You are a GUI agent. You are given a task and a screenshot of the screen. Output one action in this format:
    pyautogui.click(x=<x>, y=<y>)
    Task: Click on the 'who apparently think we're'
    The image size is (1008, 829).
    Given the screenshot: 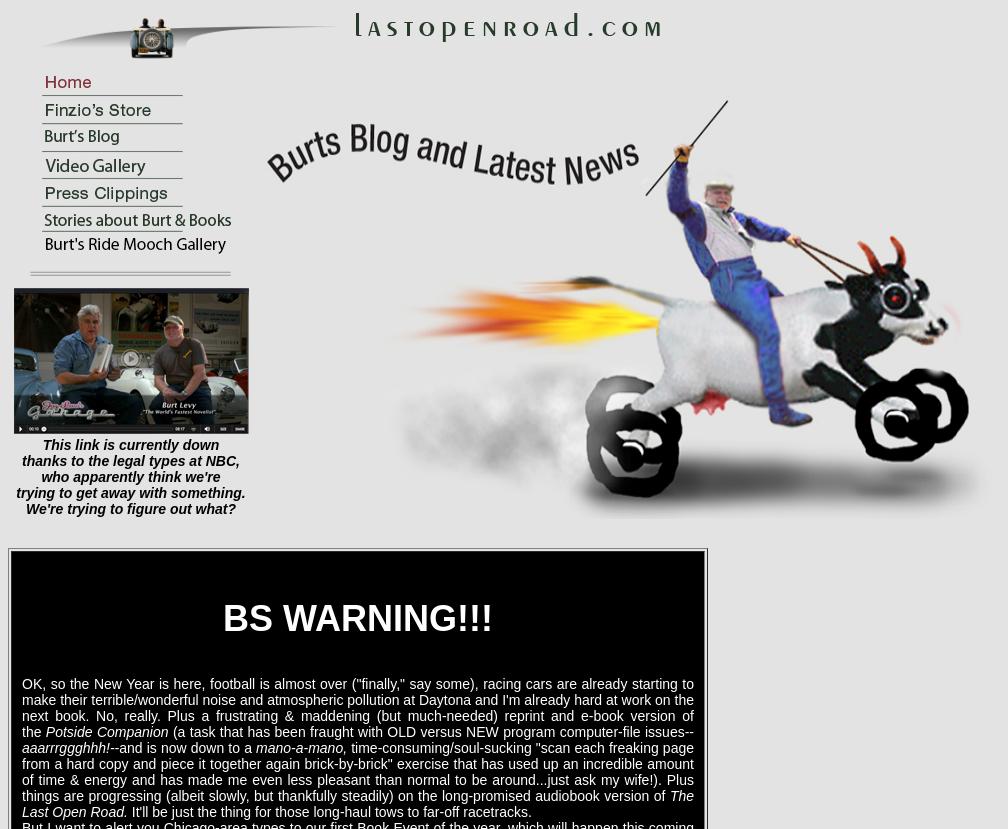 What is the action you would take?
    pyautogui.click(x=130, y=477)
    